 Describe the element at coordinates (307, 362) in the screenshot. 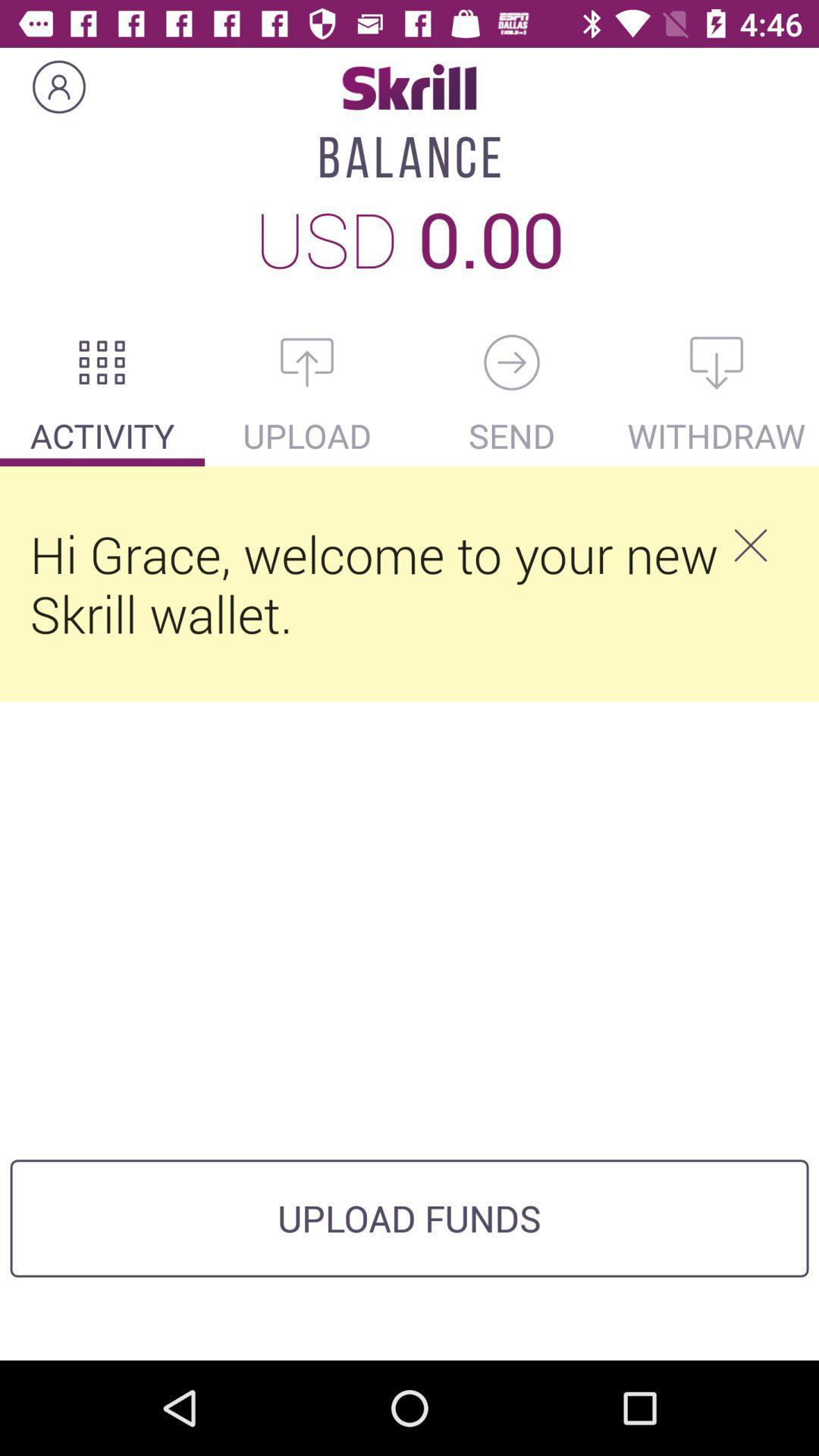

I see `upload funds option` at that location.